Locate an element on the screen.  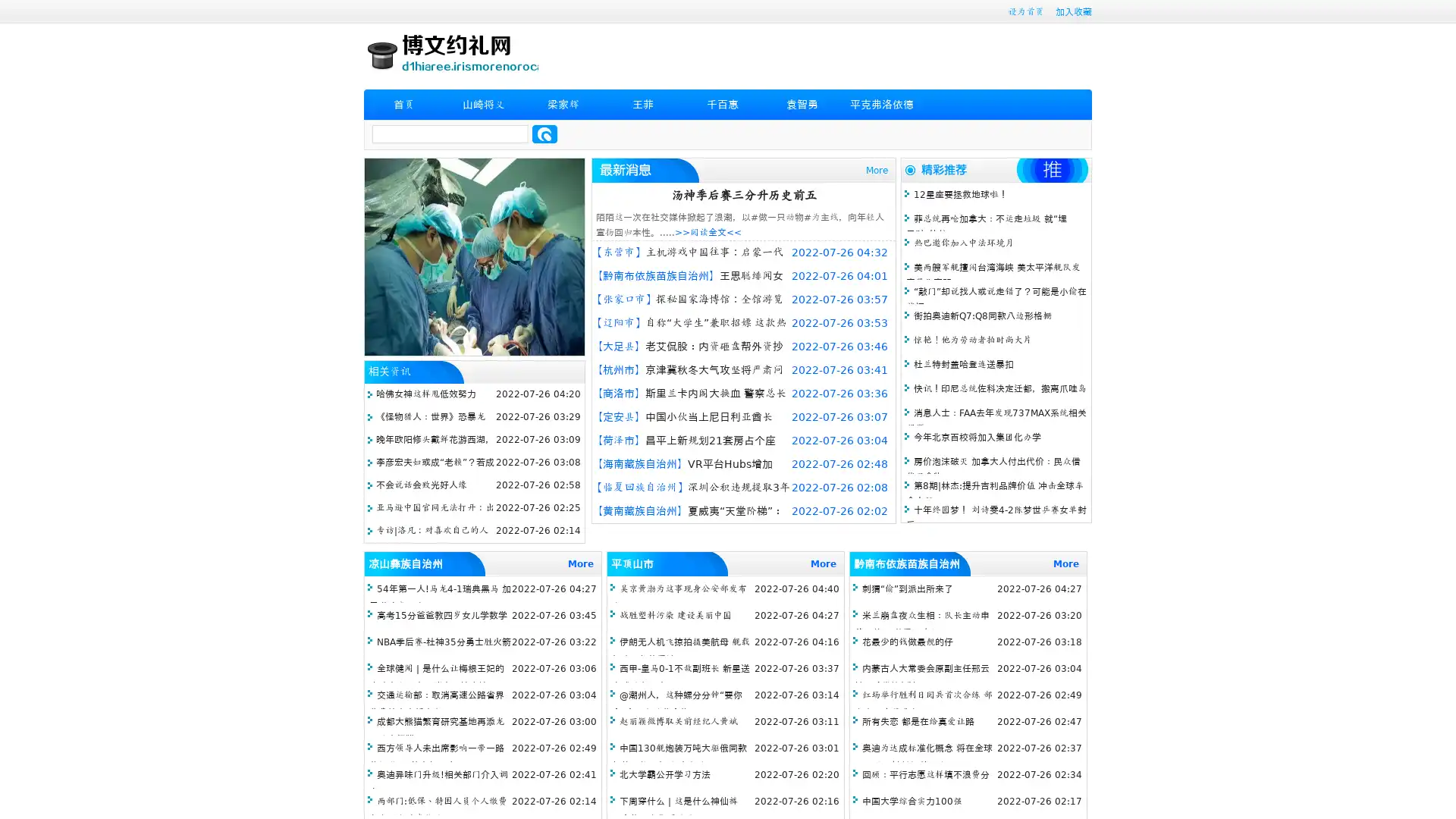
Search is located at coordinates (544, 133).